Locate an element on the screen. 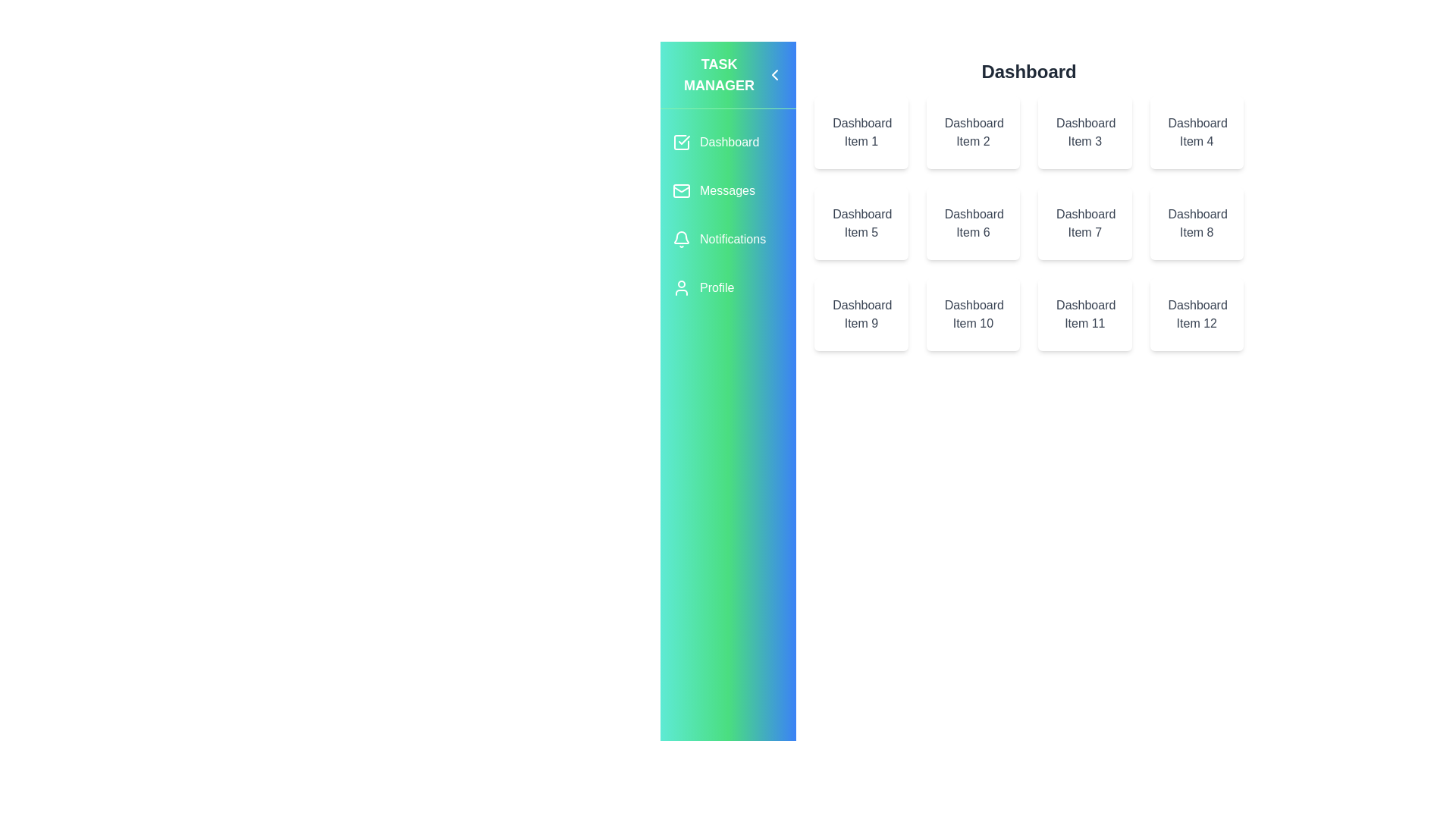  the Dashboard section in the sidebar is located at coordinates (728, 143).